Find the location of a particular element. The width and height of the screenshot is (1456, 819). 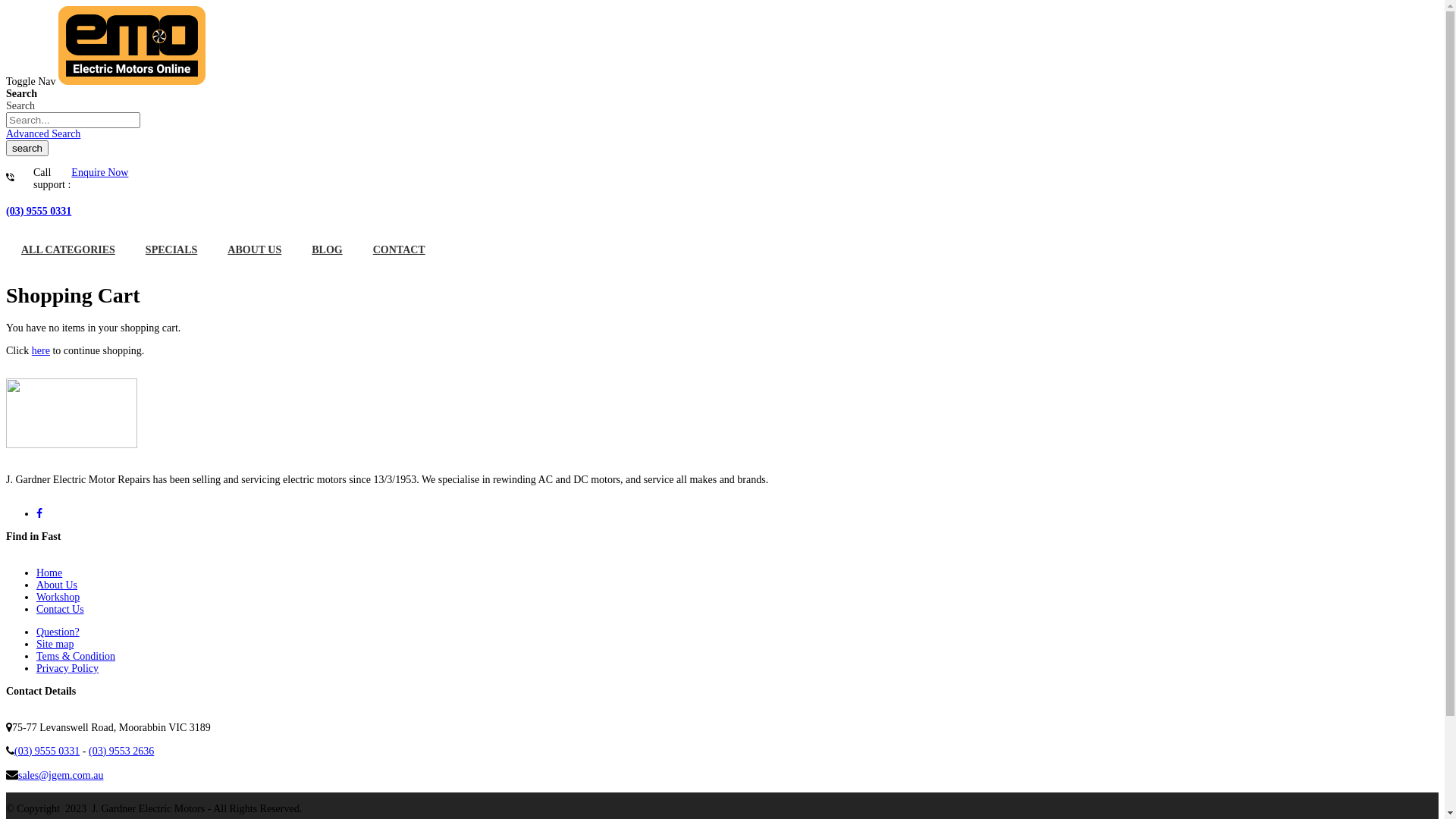

'ALL CATEGORIES' is located at coordinates (67, 249).